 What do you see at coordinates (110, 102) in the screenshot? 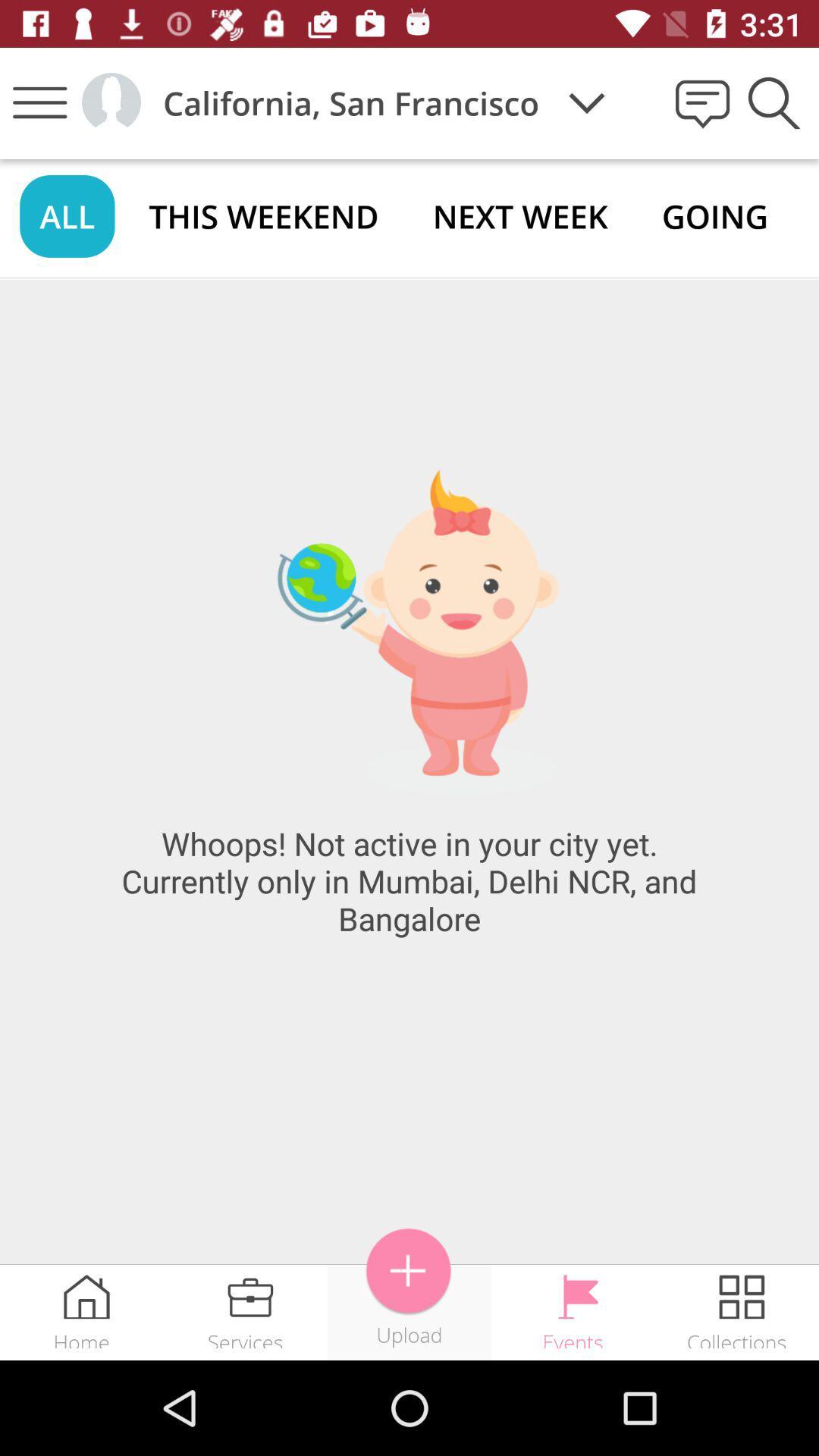
I see `icon to the left of california, san francisco icon` at bounding box center [110, 102].